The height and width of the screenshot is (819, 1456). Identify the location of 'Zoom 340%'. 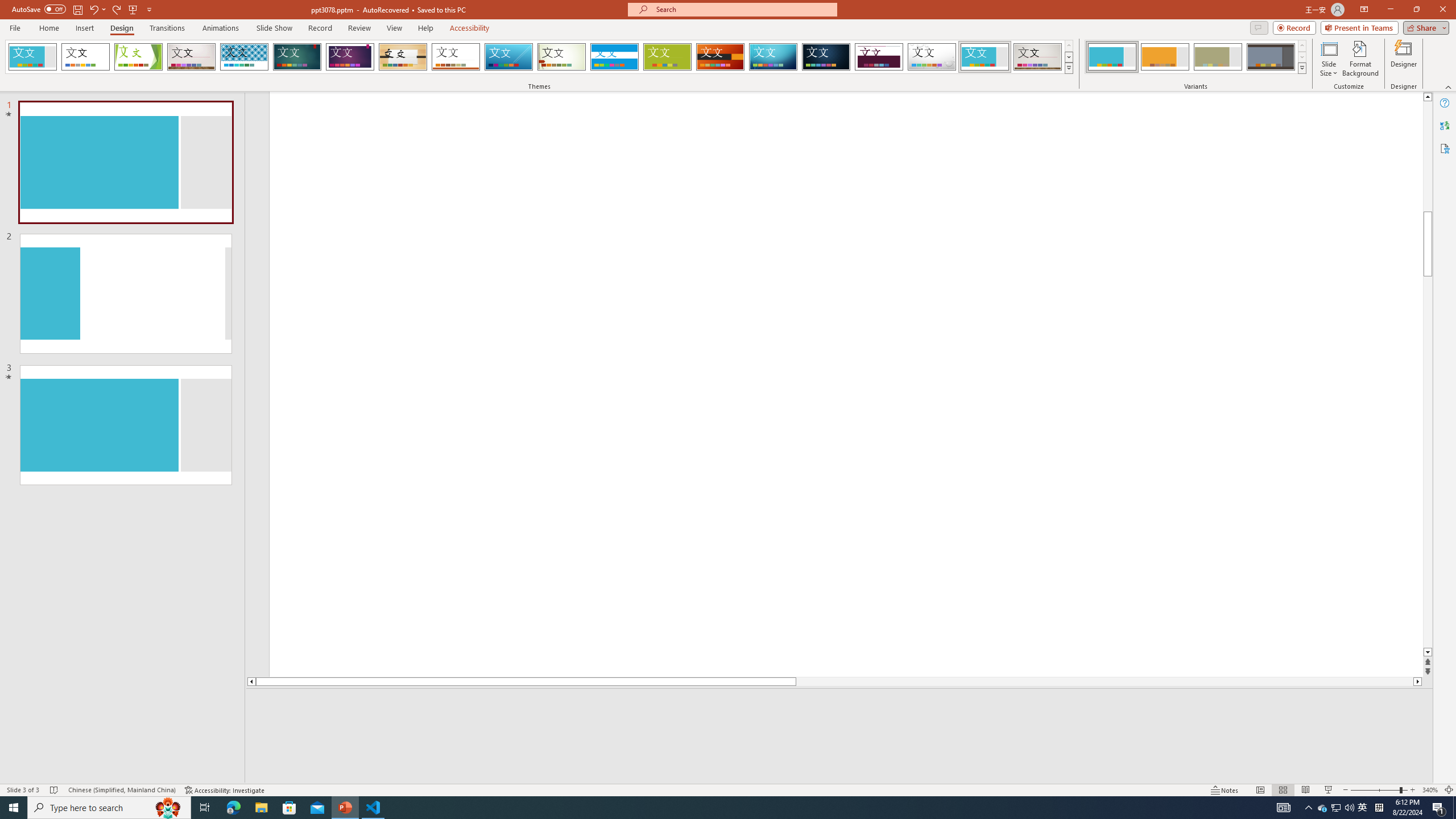
(1430, 790).